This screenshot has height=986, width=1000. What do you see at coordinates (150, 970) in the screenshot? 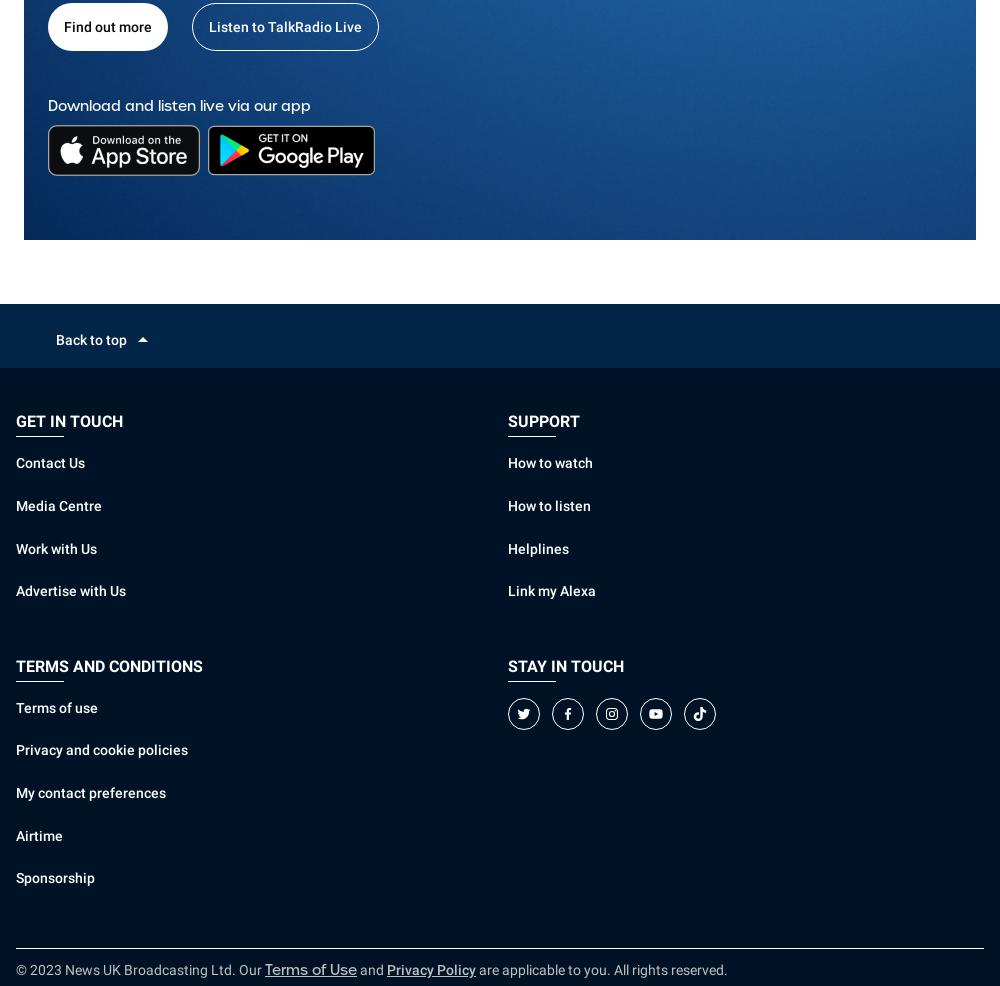
I see `'News UK Broadcasting Ltd.'` at bounding box center [150, 970].